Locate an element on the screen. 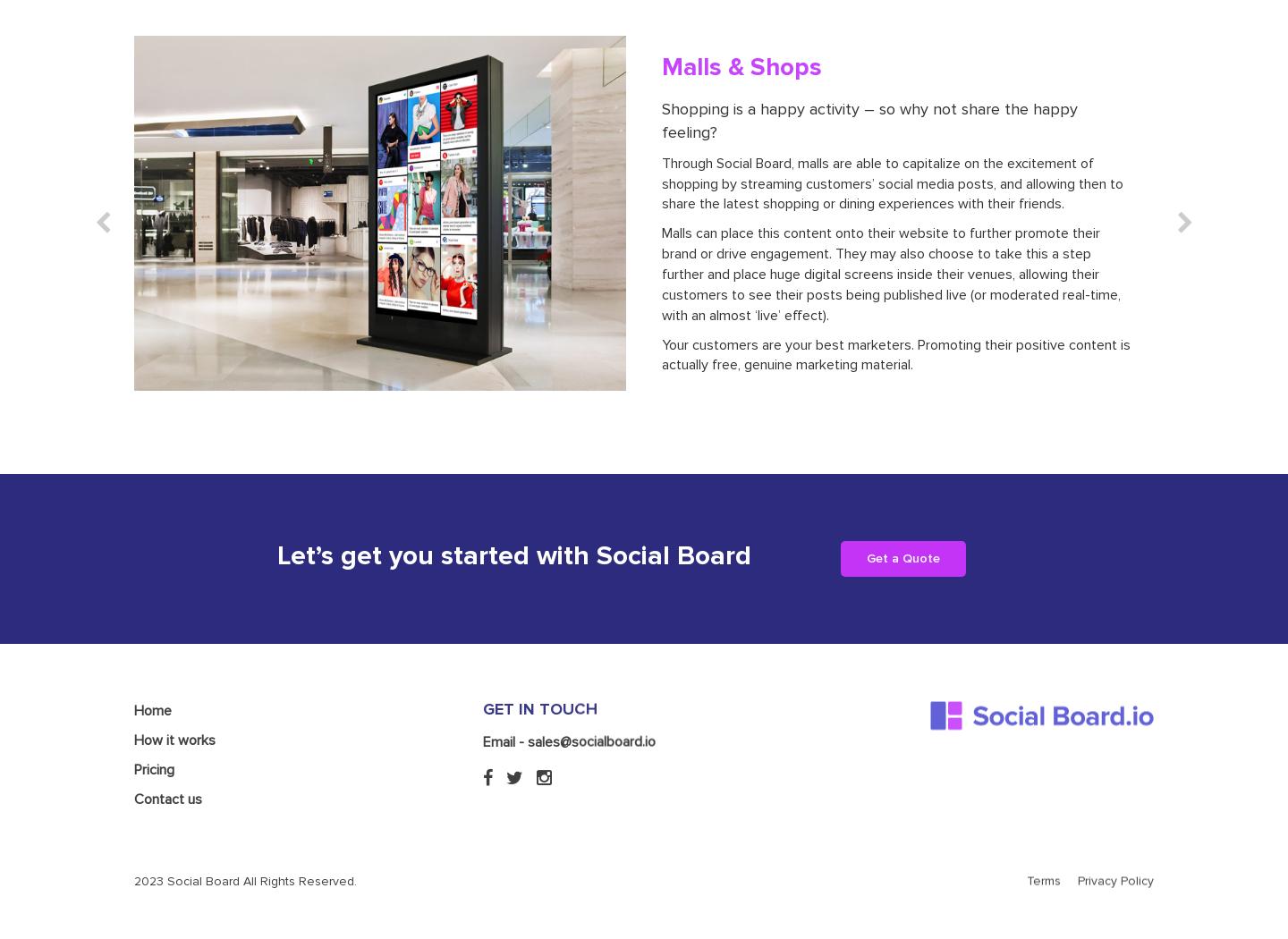 This screenshot has height=939, width=1288. '2023 Social Board All Rights Reserved.' is located at coordinates (244, 795).